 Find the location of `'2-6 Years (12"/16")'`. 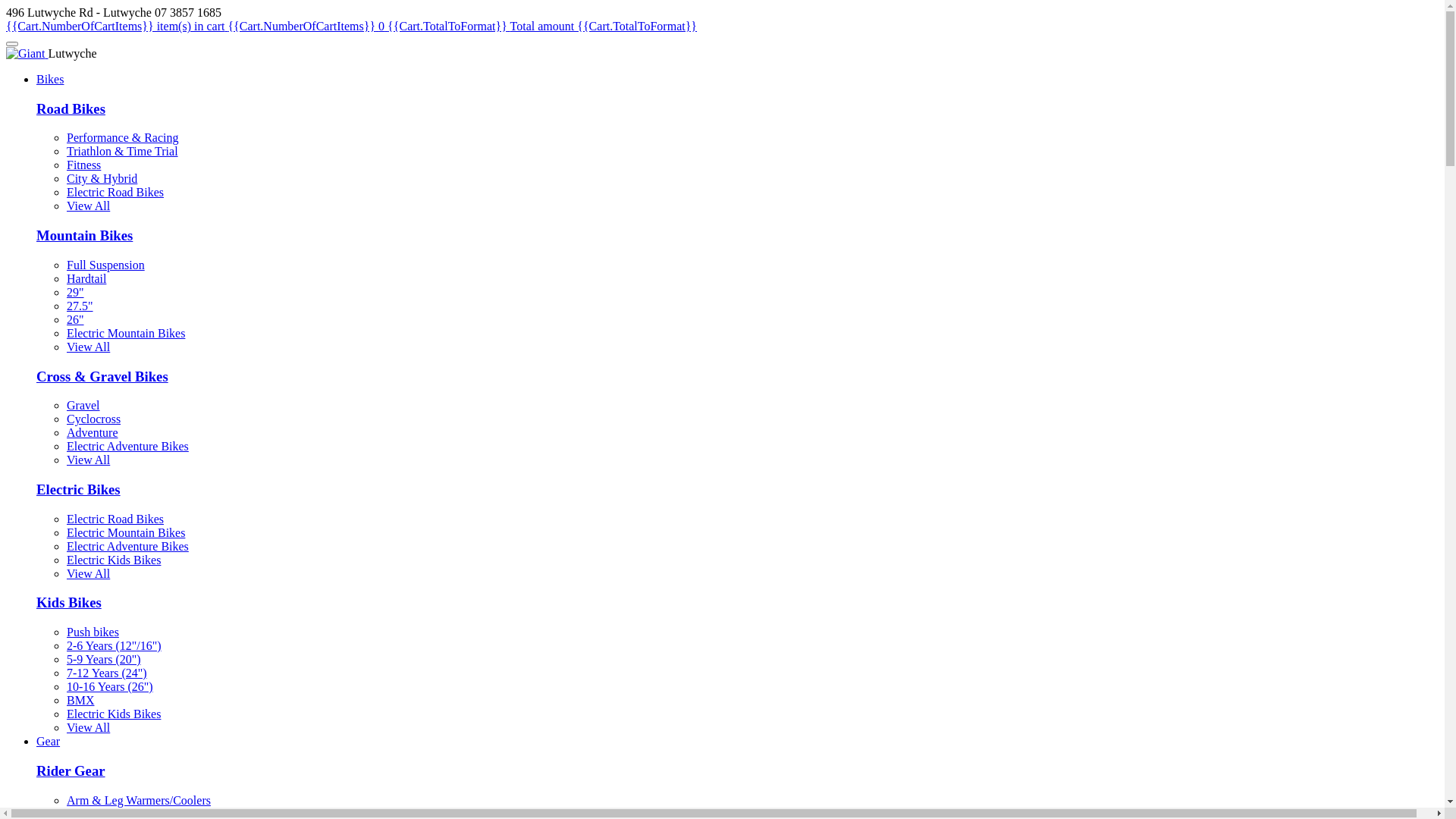

'2-6 Years (12"/16")' is located at coordinates (113, 645).